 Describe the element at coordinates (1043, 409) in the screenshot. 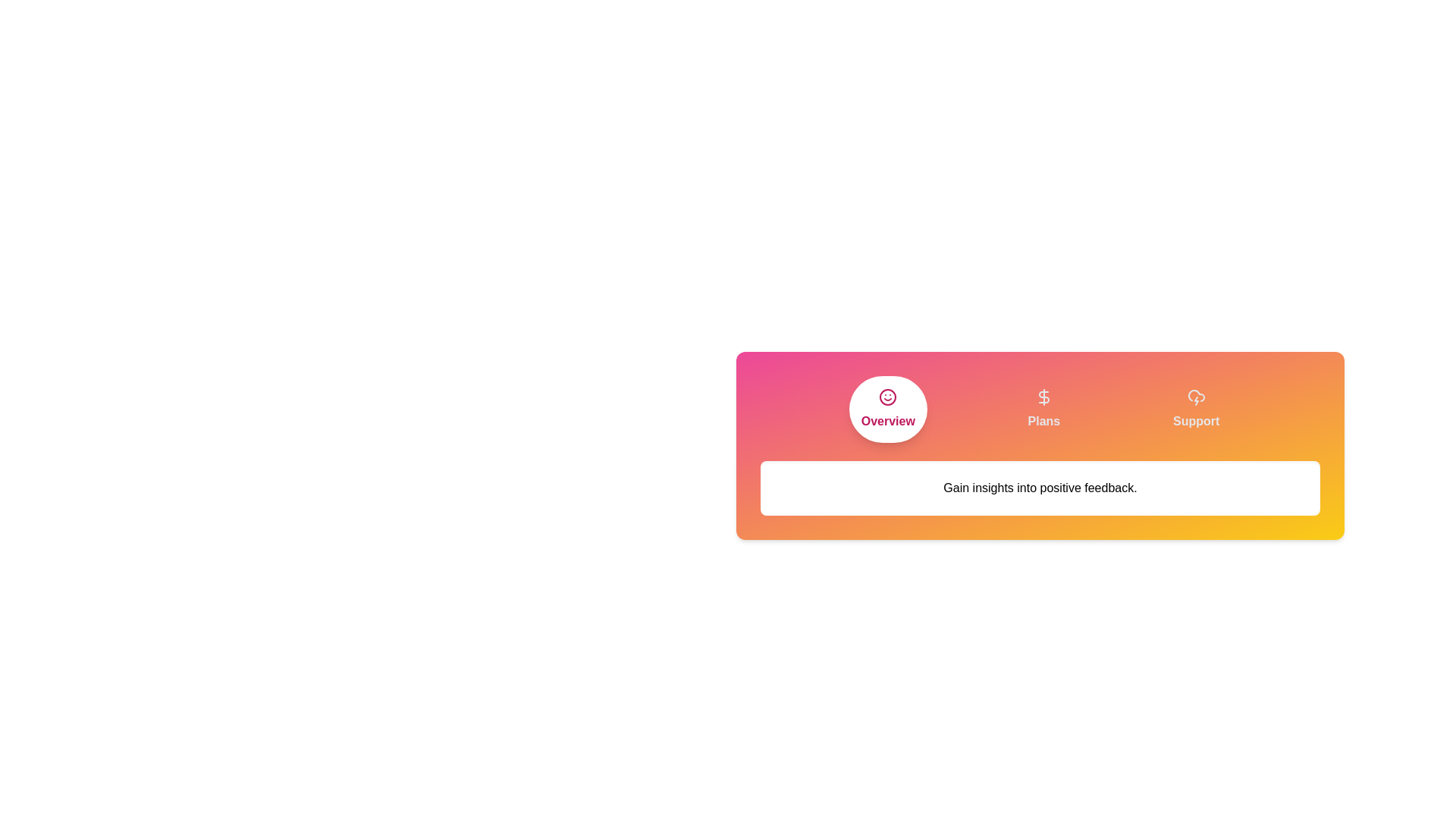

I see `the Plans tab` at that location.